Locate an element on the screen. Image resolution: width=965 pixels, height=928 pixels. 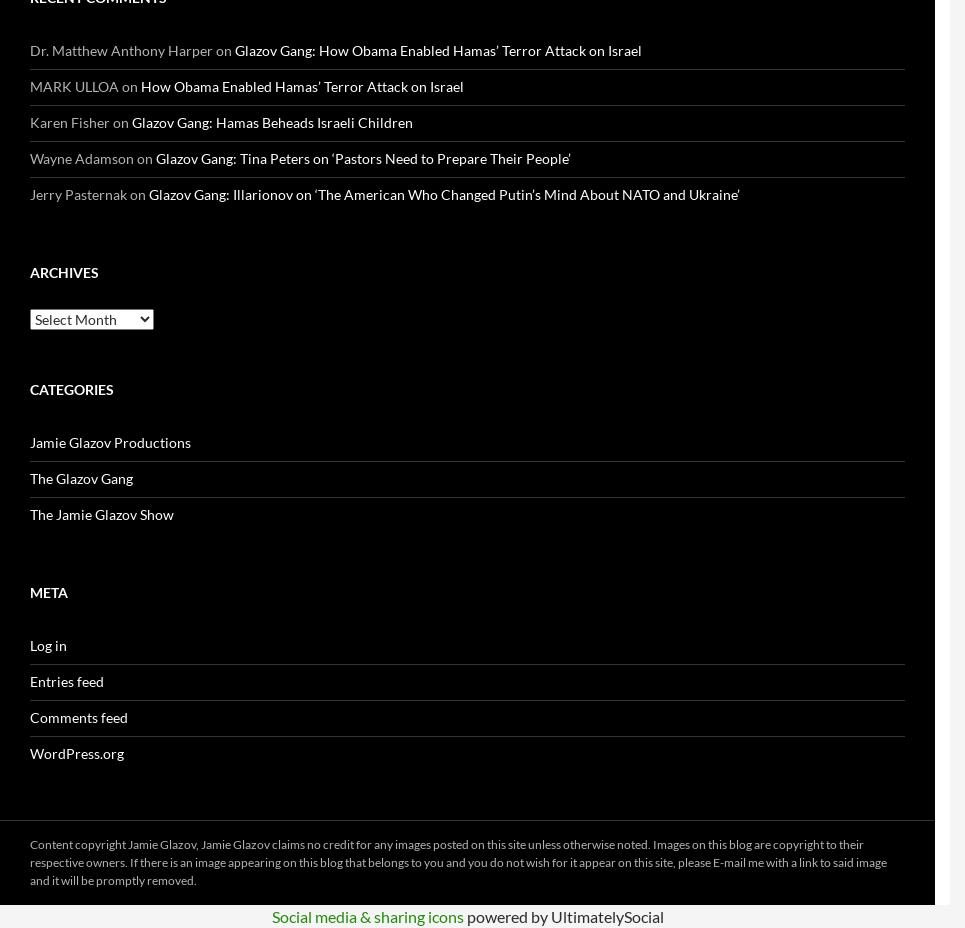
'Glazov Gang: Illarionov on ‘The American Who Changed Putin’s Mind About NATO and Ukraine’' is located at coordinates (444, 194).